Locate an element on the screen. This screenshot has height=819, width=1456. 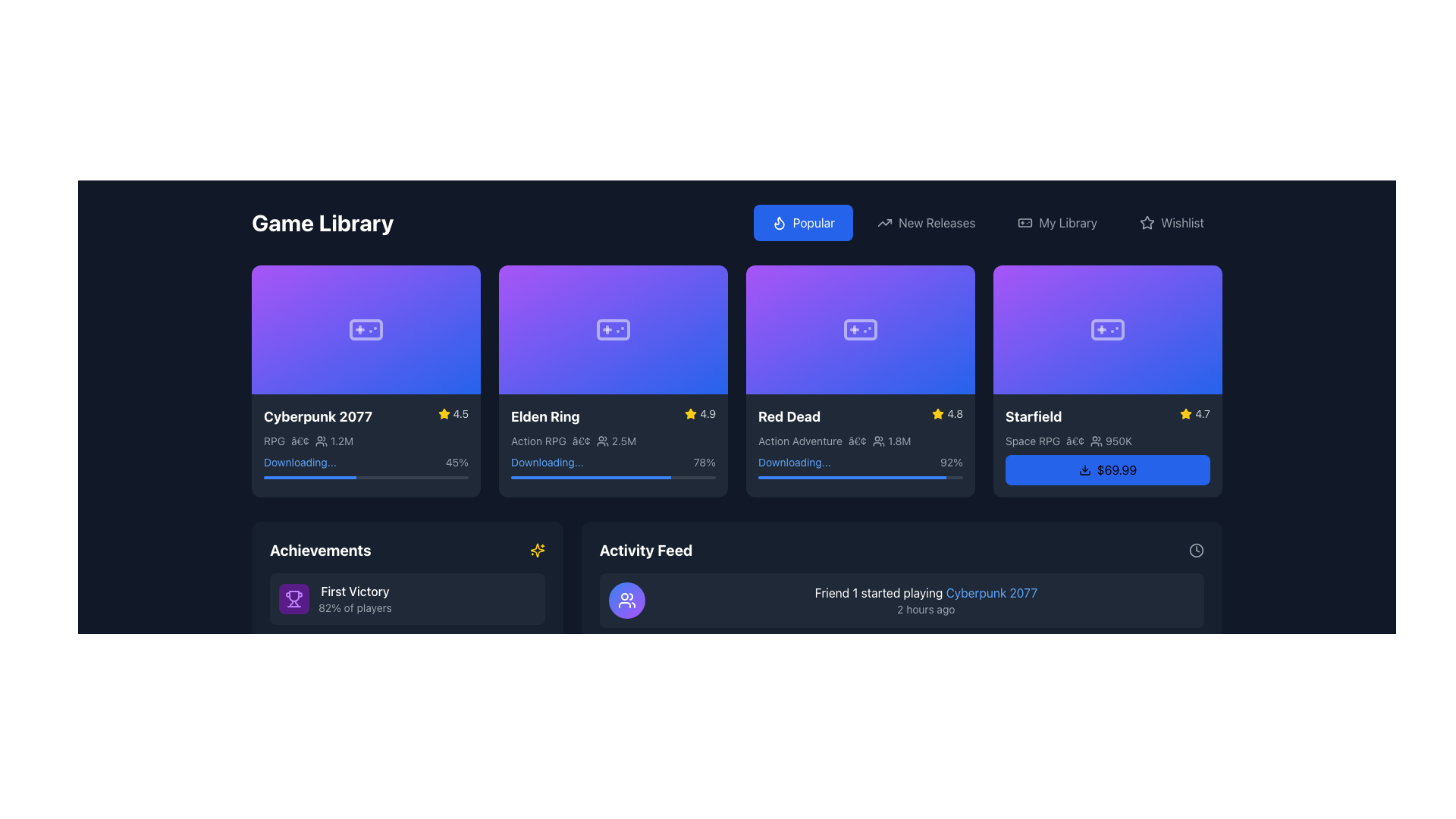
the download progress represented by the filled blue portion of the progress bar located beneath the 'Red Dead' game card in the 'Game Library' section, positioned between the text 'Downloading...' and the percentage '92% is located at coordinates (852, 476).